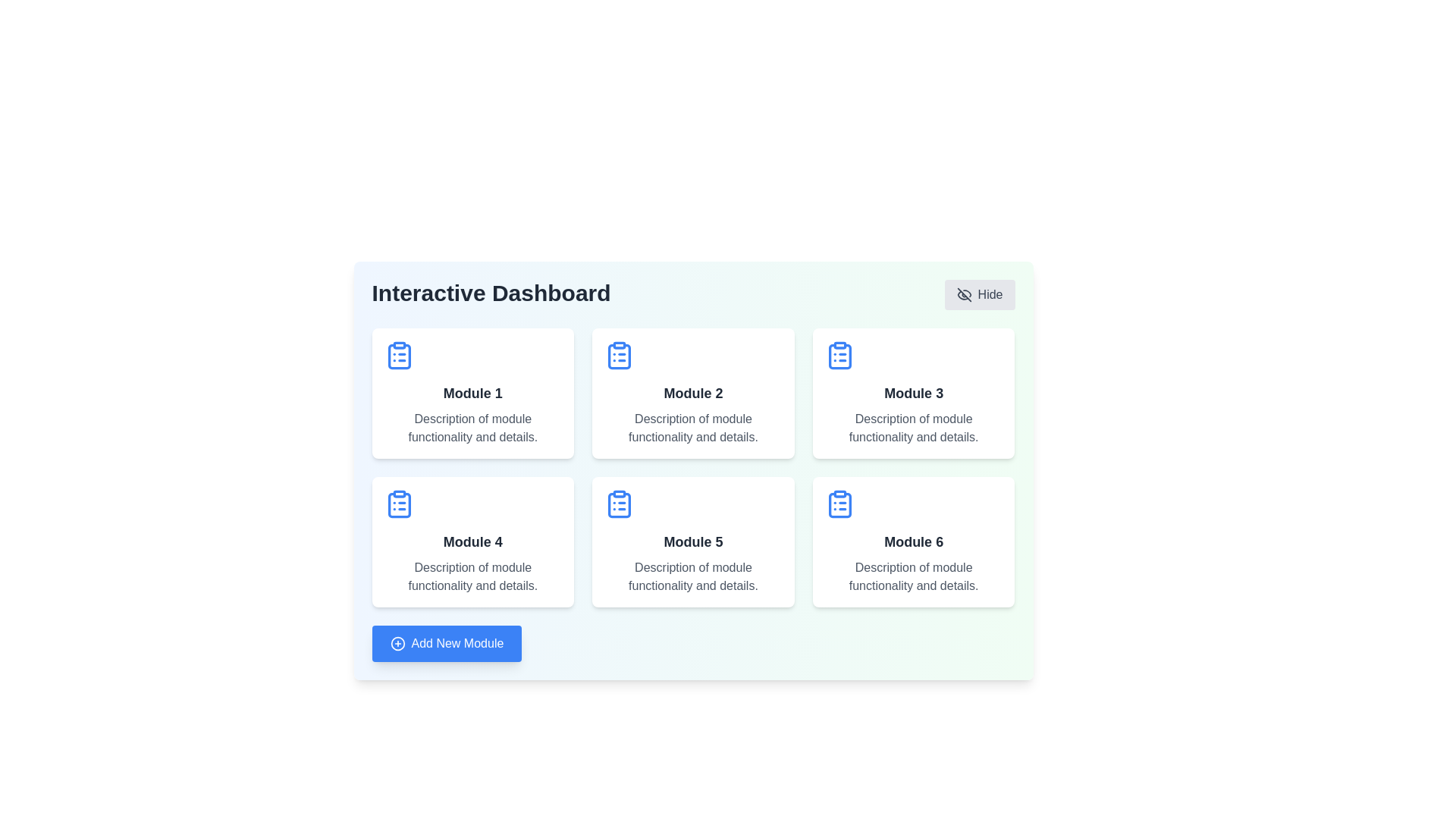 This screenshot has height=819, width=1456. I want to click on the 'Module 3' text label, which is styled in bold and dark gray, positioned above a description text in the card layout of the Interactive Dashboard, so click(913, 393).